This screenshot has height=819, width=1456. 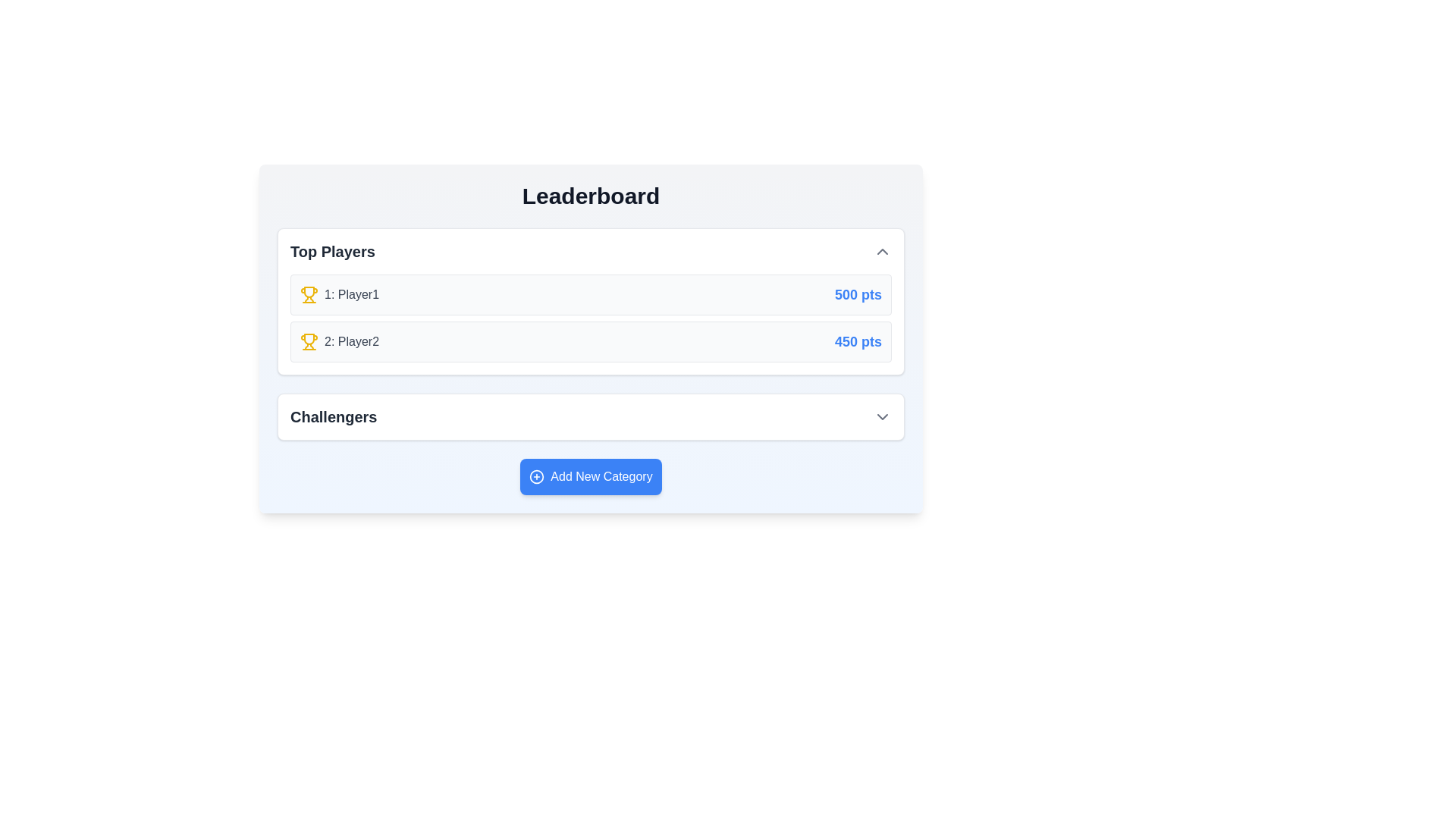 What do you see at coordinates (309, 338) in the screenshot?
I see `the upper portion of the trophy icon, which is styled with a gold fill and is located to the left of the text 'Player1' in the 'Top Players' section of the leaderboard interface` at bounding box center [309, 338].